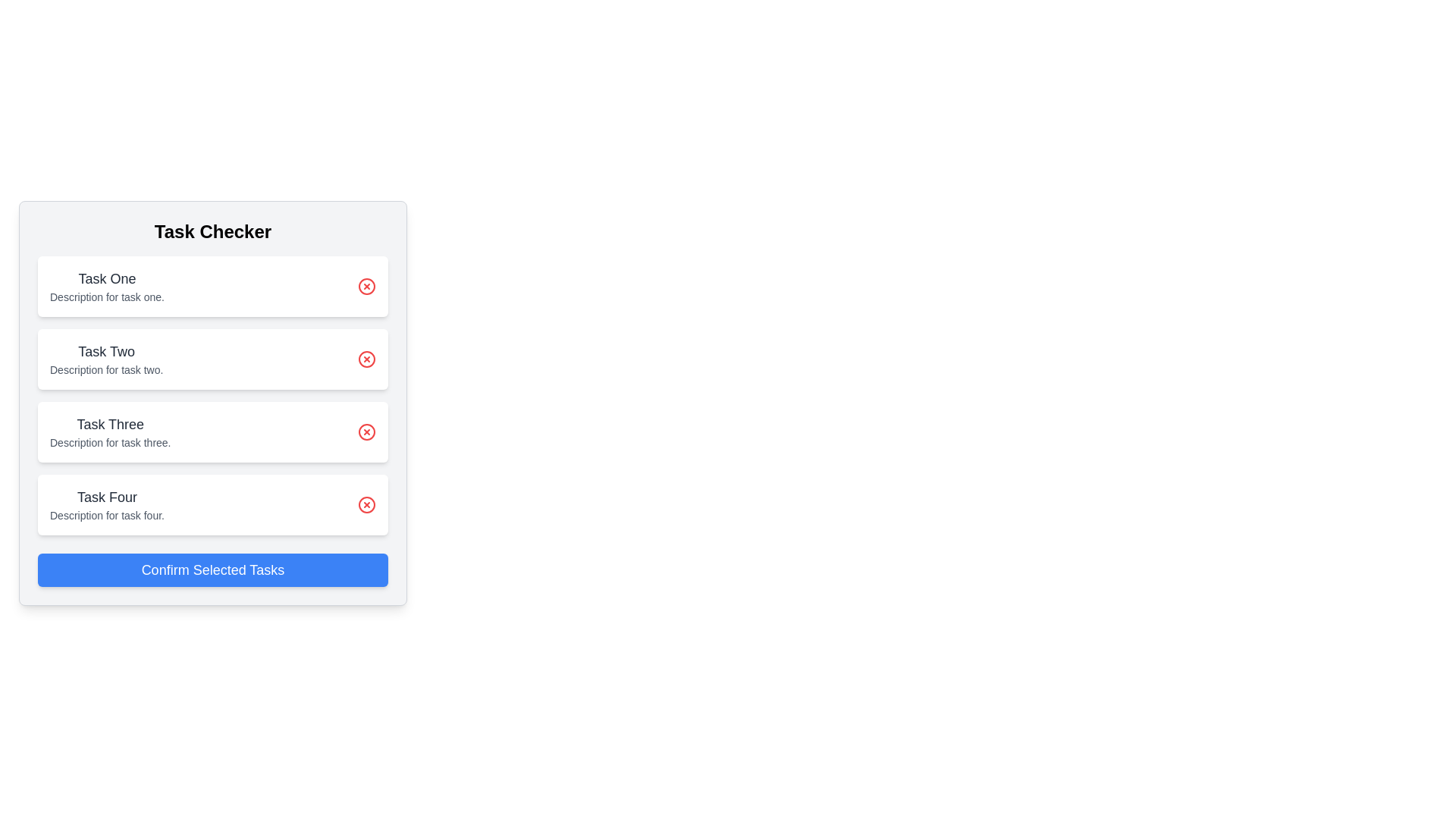 This screenshot has height=819, width=1456. I want to click on the 'Task Four' text element, which is prominently displayed in a larger bold font above 'Description for task four' in the fourth task card, so click(106, 497).